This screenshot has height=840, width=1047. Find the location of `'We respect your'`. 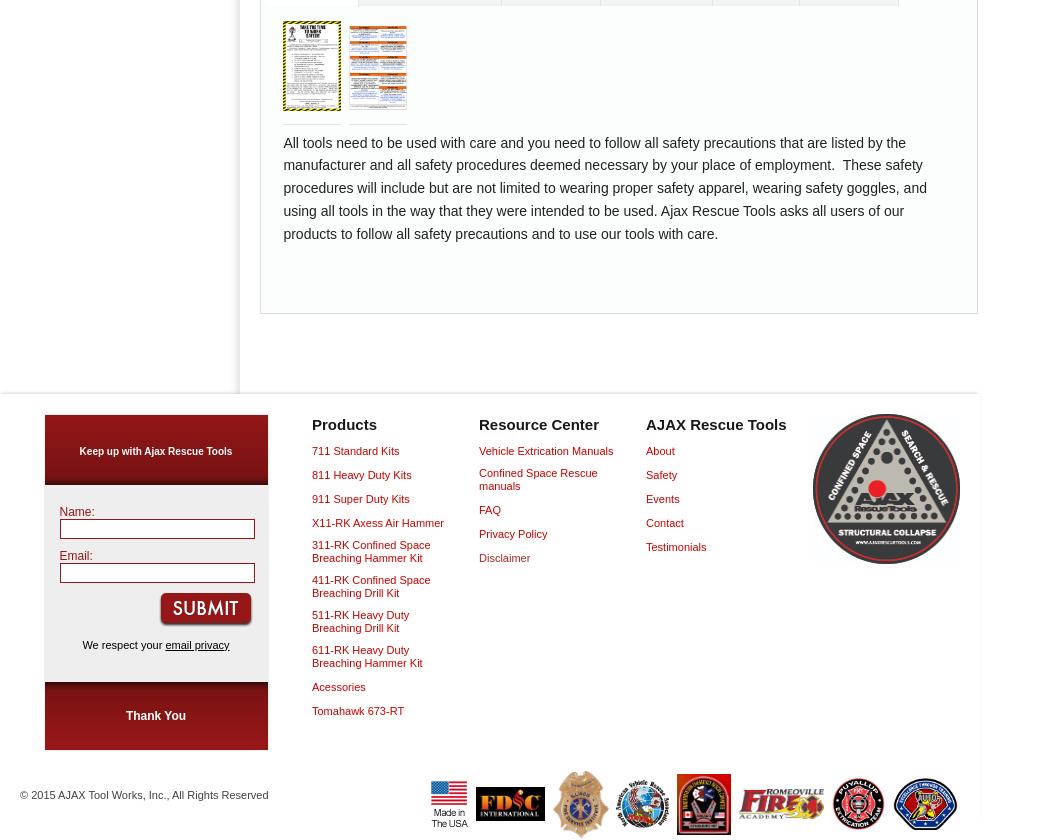

'We respect your' is located at coordinates (122, 644).